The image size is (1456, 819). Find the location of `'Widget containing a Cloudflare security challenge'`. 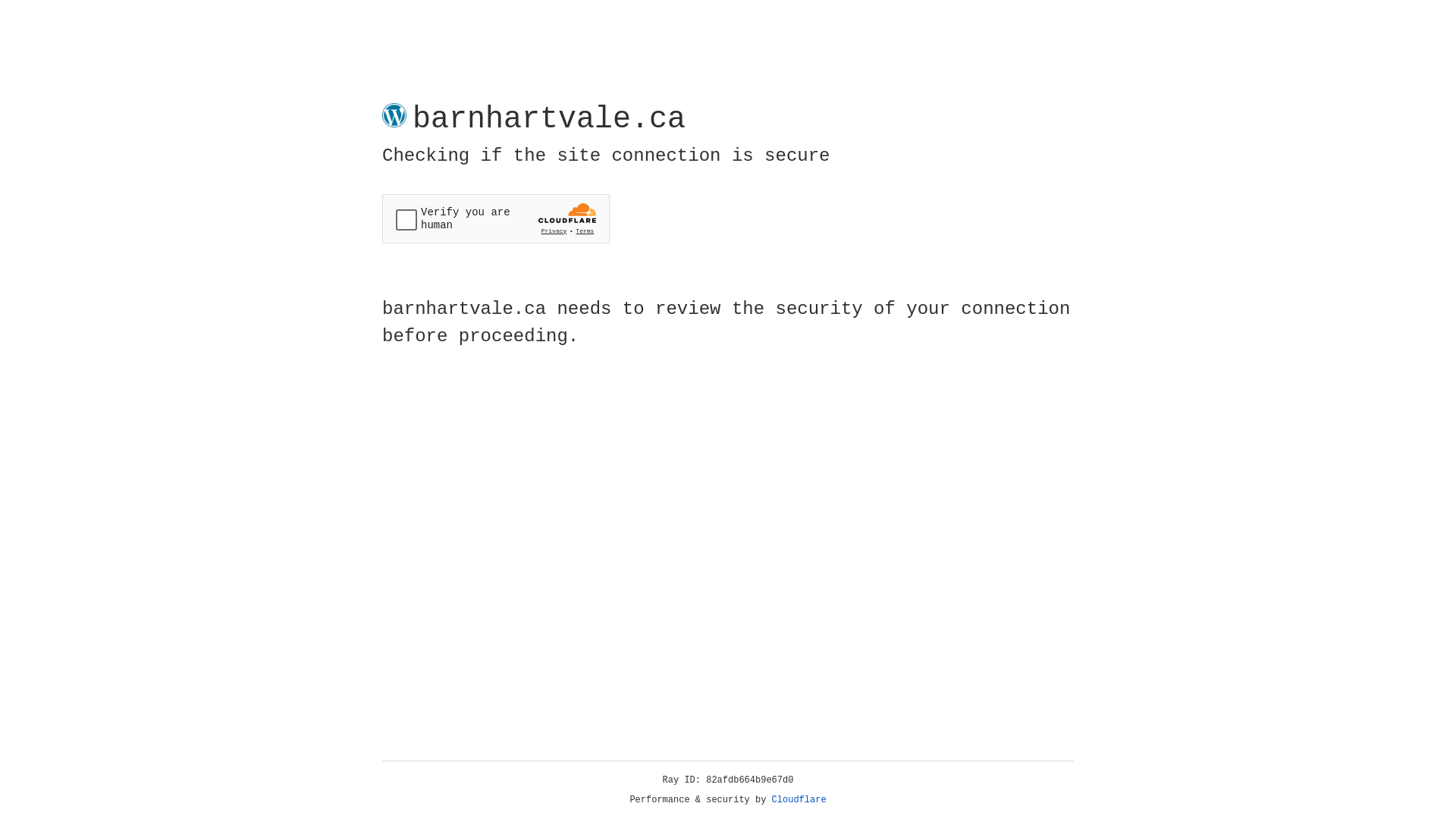

'Widget containing a Cloudflare security challenge' is located at coordinates (495, 218).